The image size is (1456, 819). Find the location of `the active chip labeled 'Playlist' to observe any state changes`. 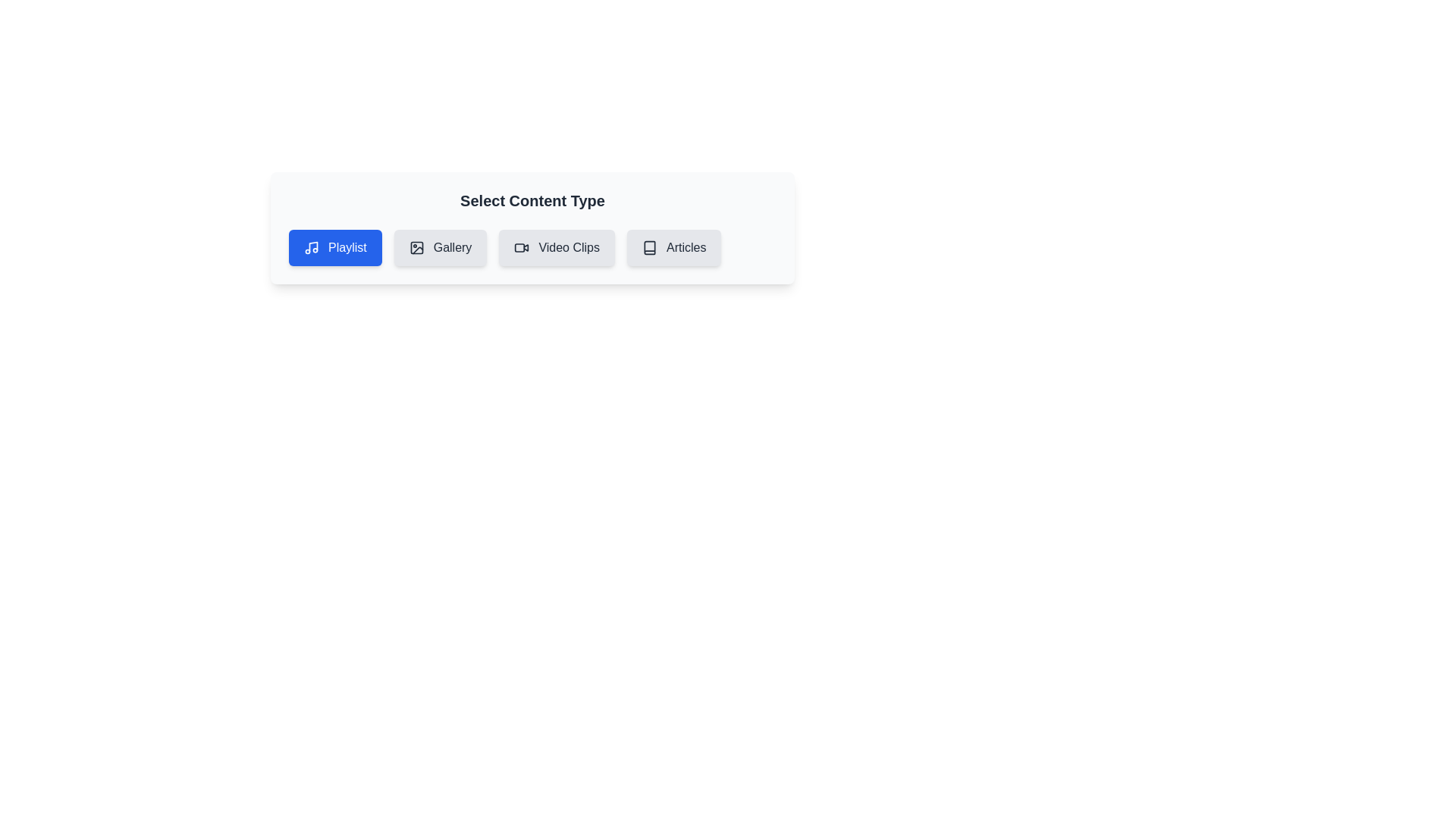

the active chip labeled 'Playlist' to observe any state changes is located at coordinates (334, 247).